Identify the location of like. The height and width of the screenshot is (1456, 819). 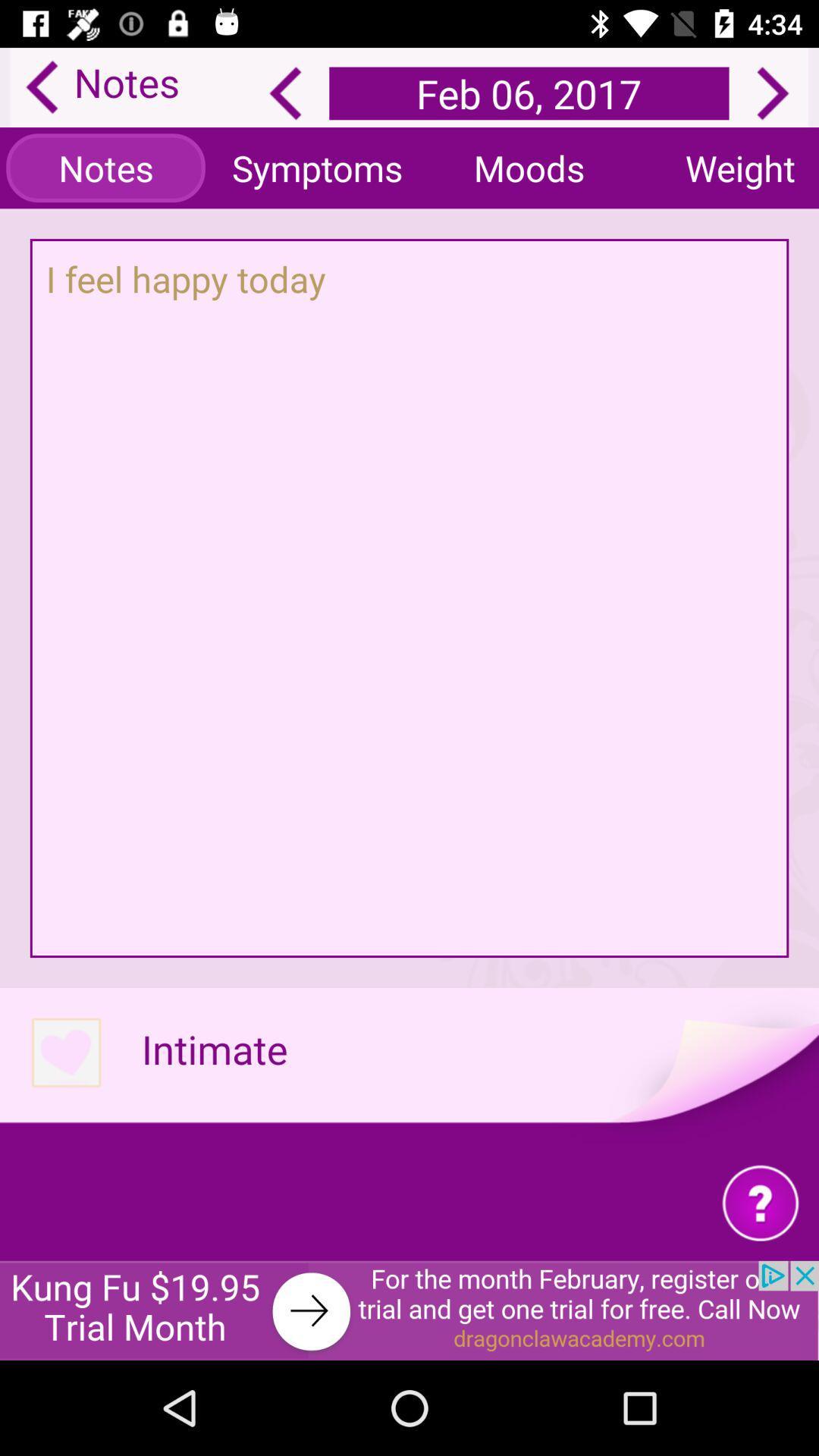
(65, 1053).